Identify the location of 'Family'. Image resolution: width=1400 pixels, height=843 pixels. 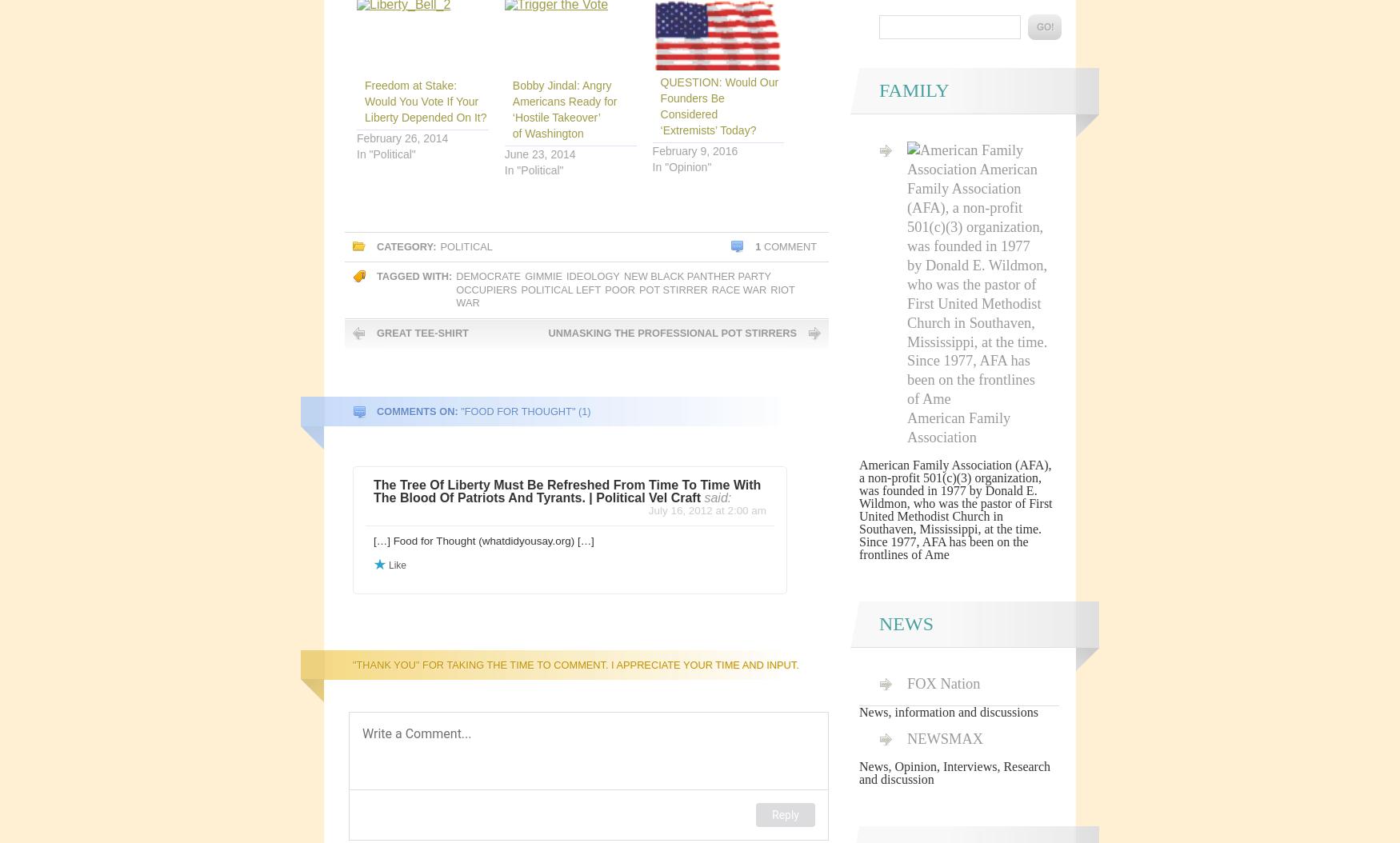
(913, 90).